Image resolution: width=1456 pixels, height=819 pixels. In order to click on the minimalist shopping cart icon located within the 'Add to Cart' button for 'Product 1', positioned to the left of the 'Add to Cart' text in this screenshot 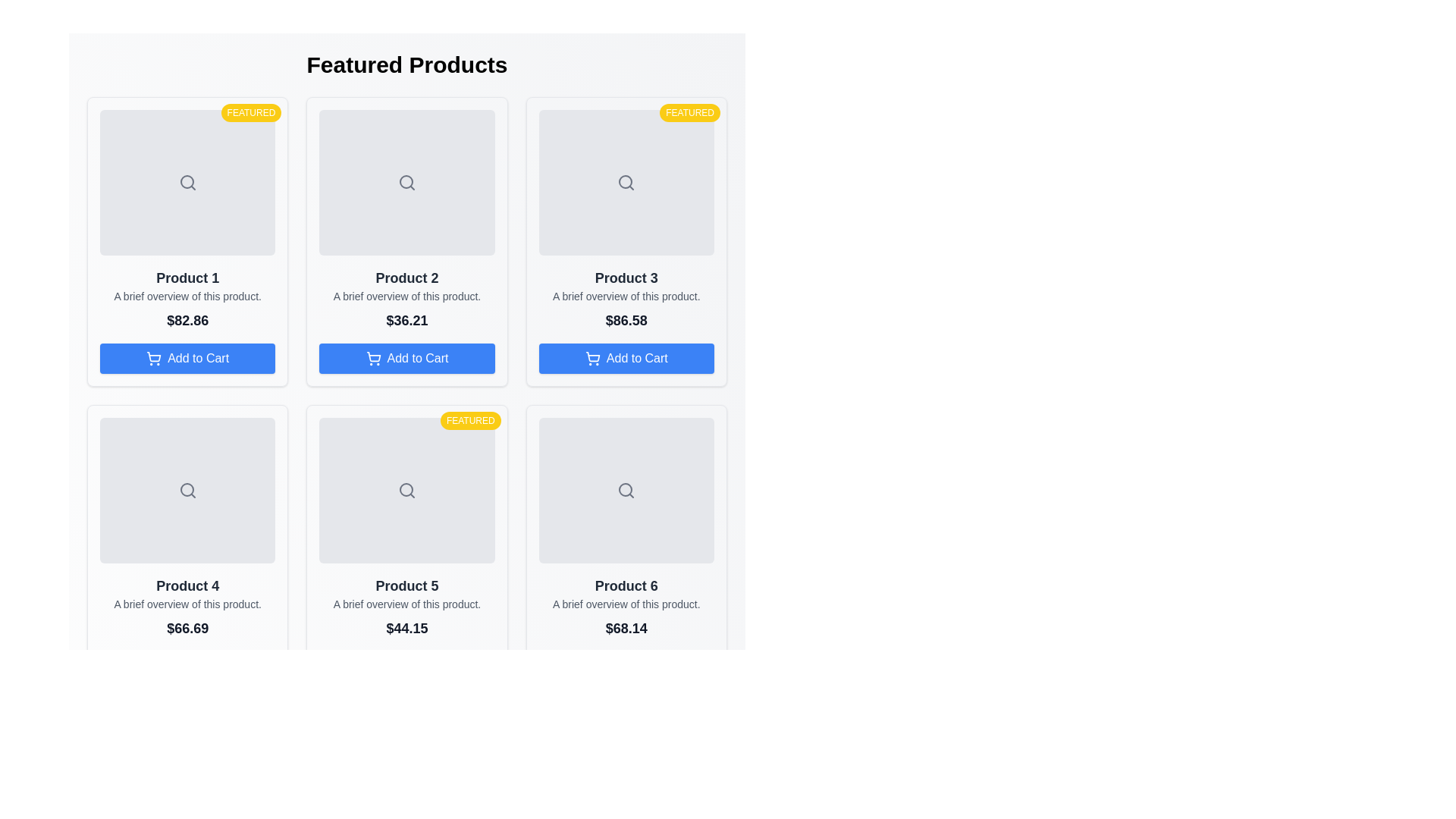, I will do `click(154, 359)`.